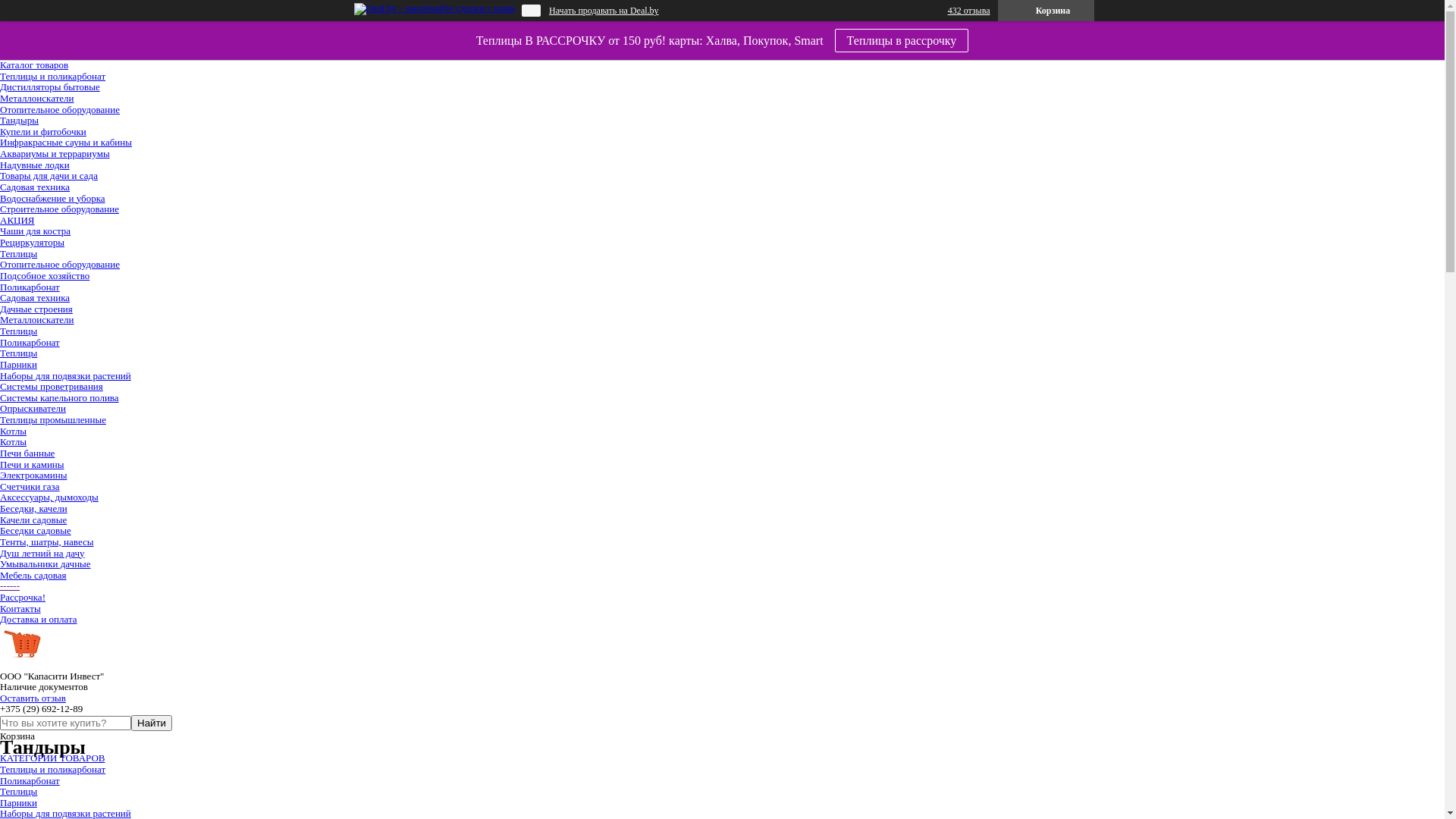  Describe the element at coordinates (10, 585) in the screenshot. I see `'------'` at that location.